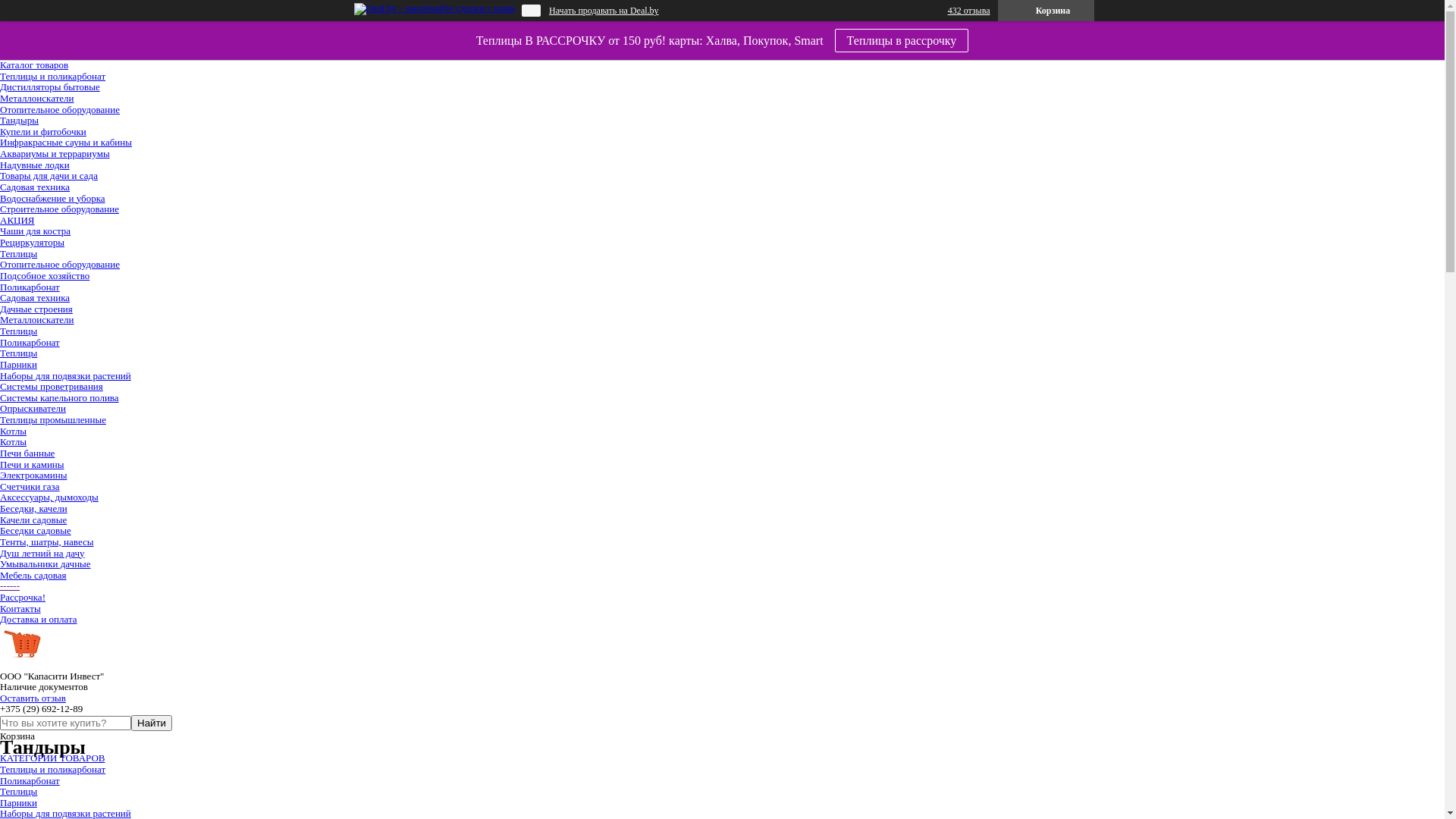  Describe the element at coordinates (10, 585) in the screenshot. I see `'------'` at that location.